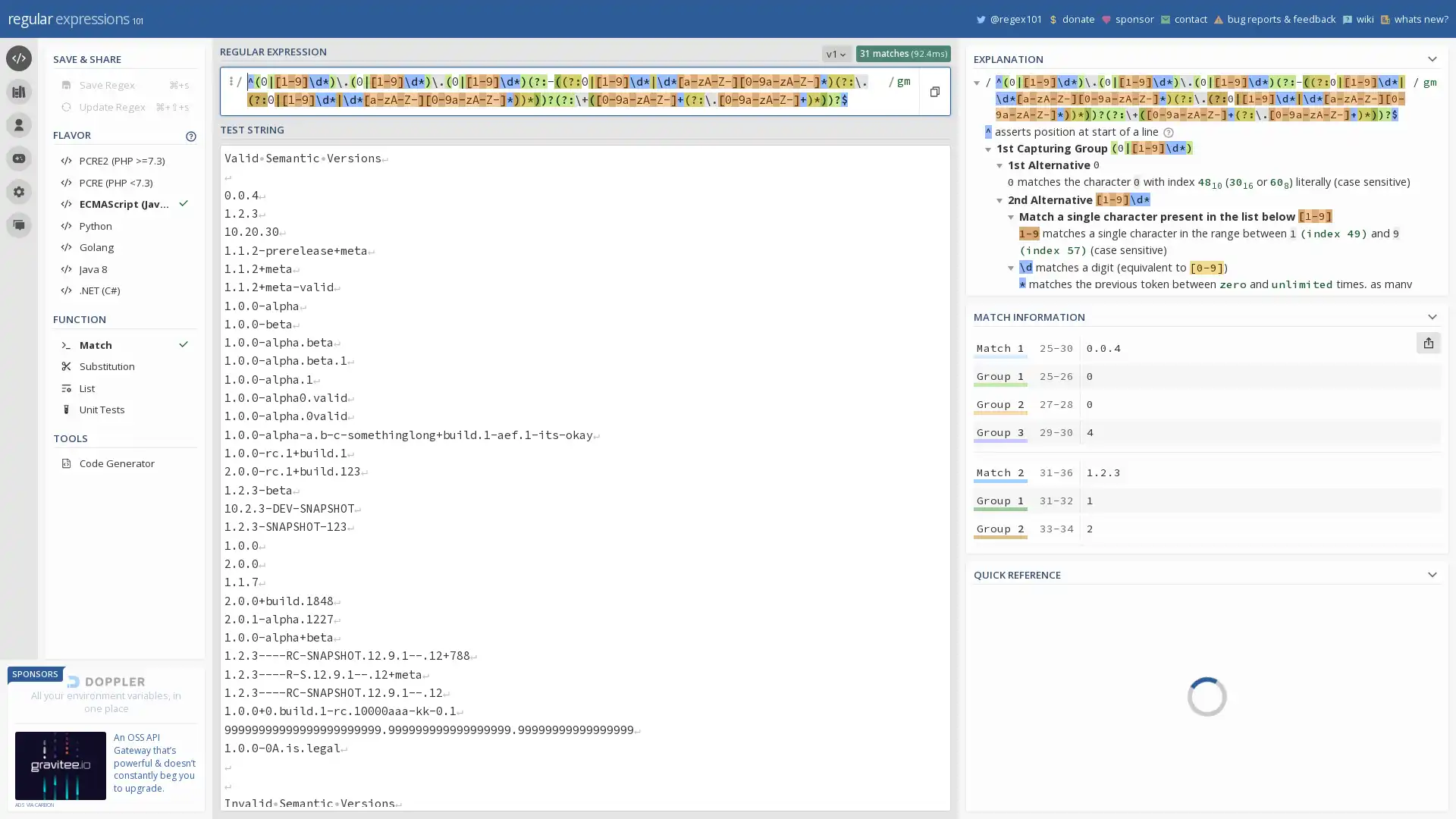 The image size is (1456, 819). What do you see at coordinates (1044, 759) in the screenshot?
I see `Group Constructs` at bounding box center [1044, 759].